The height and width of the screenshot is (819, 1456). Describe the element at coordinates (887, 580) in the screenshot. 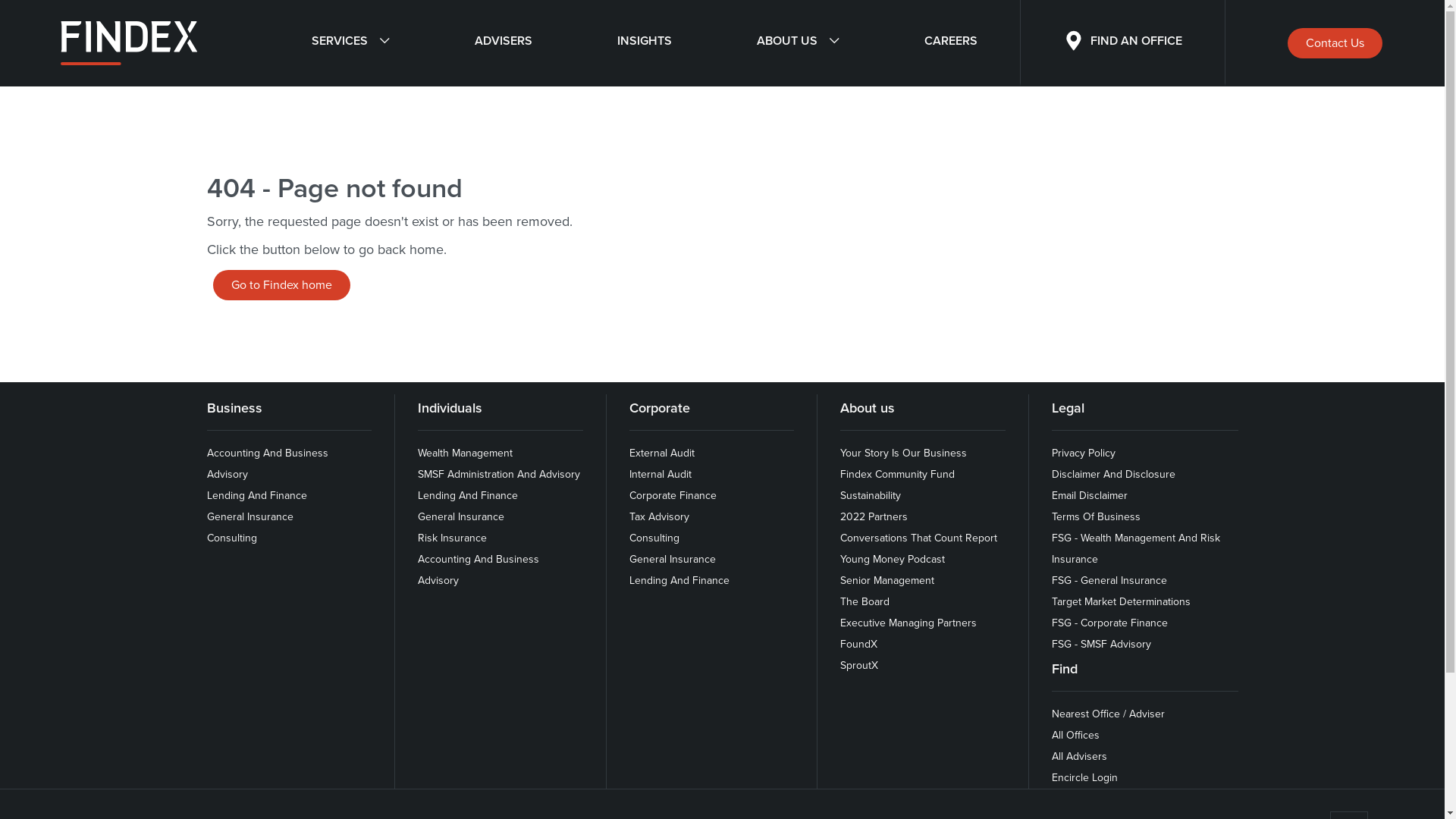

I see `'Senior Management'` at that location.